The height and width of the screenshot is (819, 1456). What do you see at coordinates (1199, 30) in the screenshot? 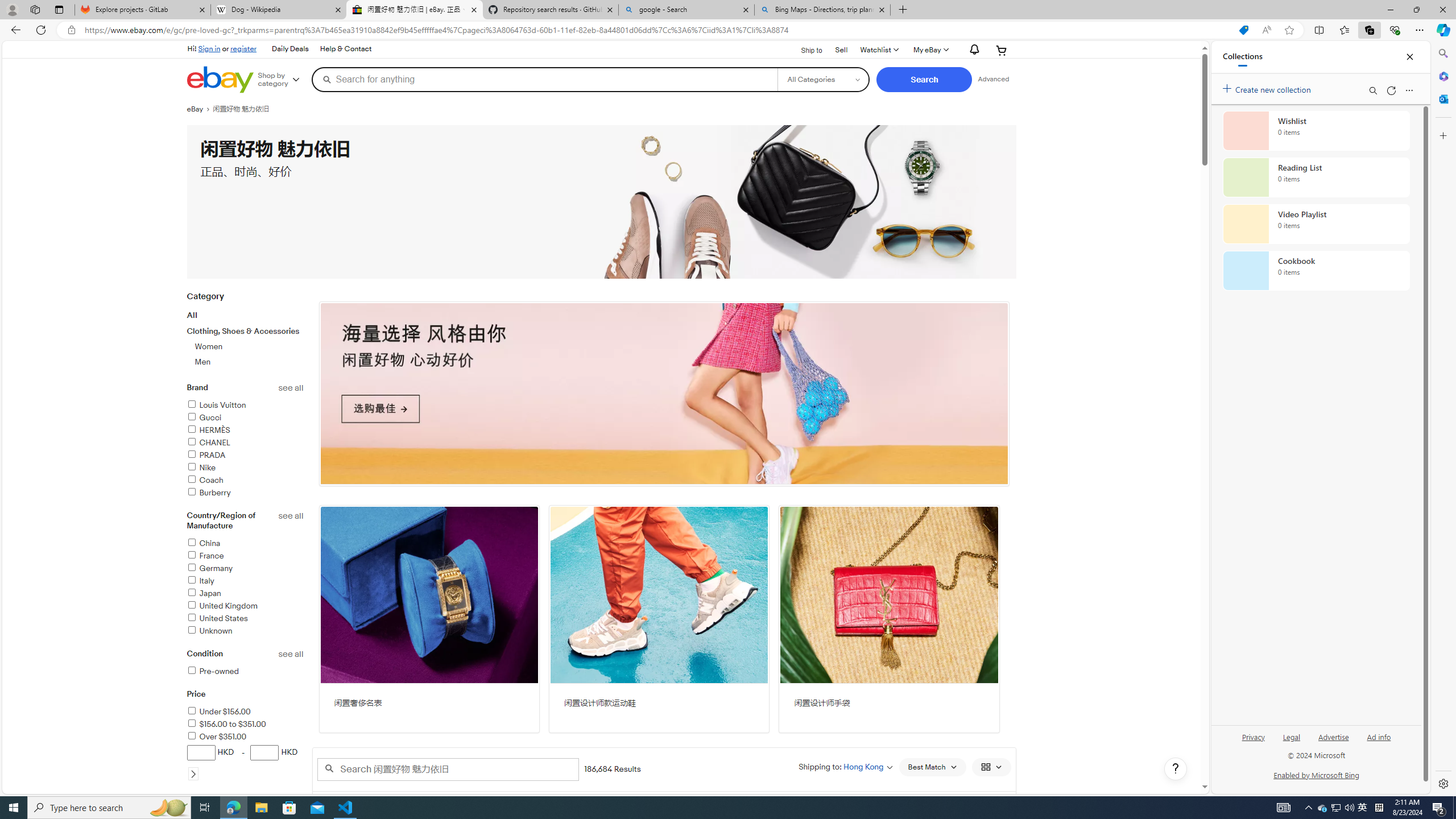
I see `'You have the best price!'` at bounding box center [1199, 30].